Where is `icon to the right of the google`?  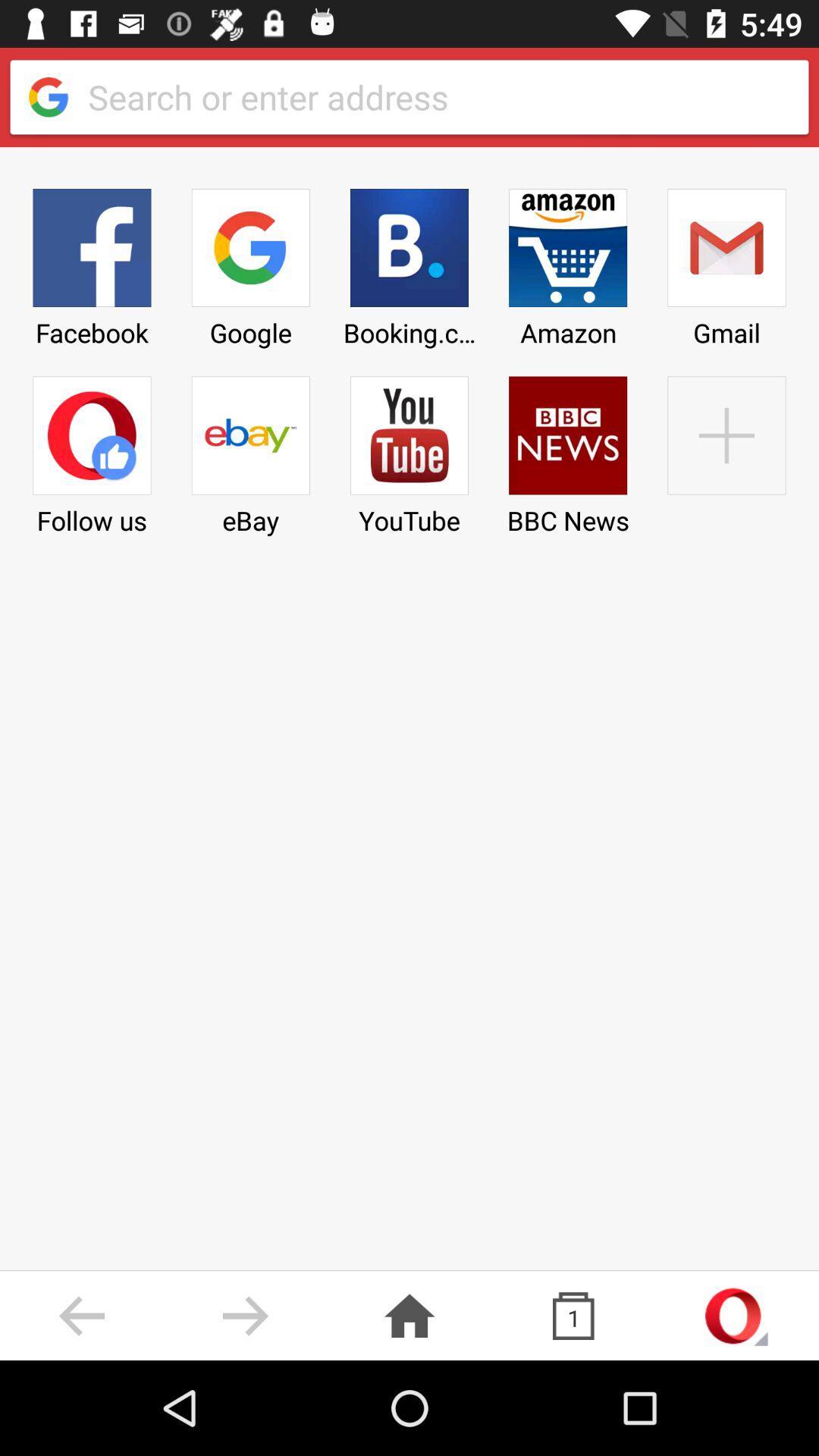
icon to the right of the google is located at coordinates (409, 262).